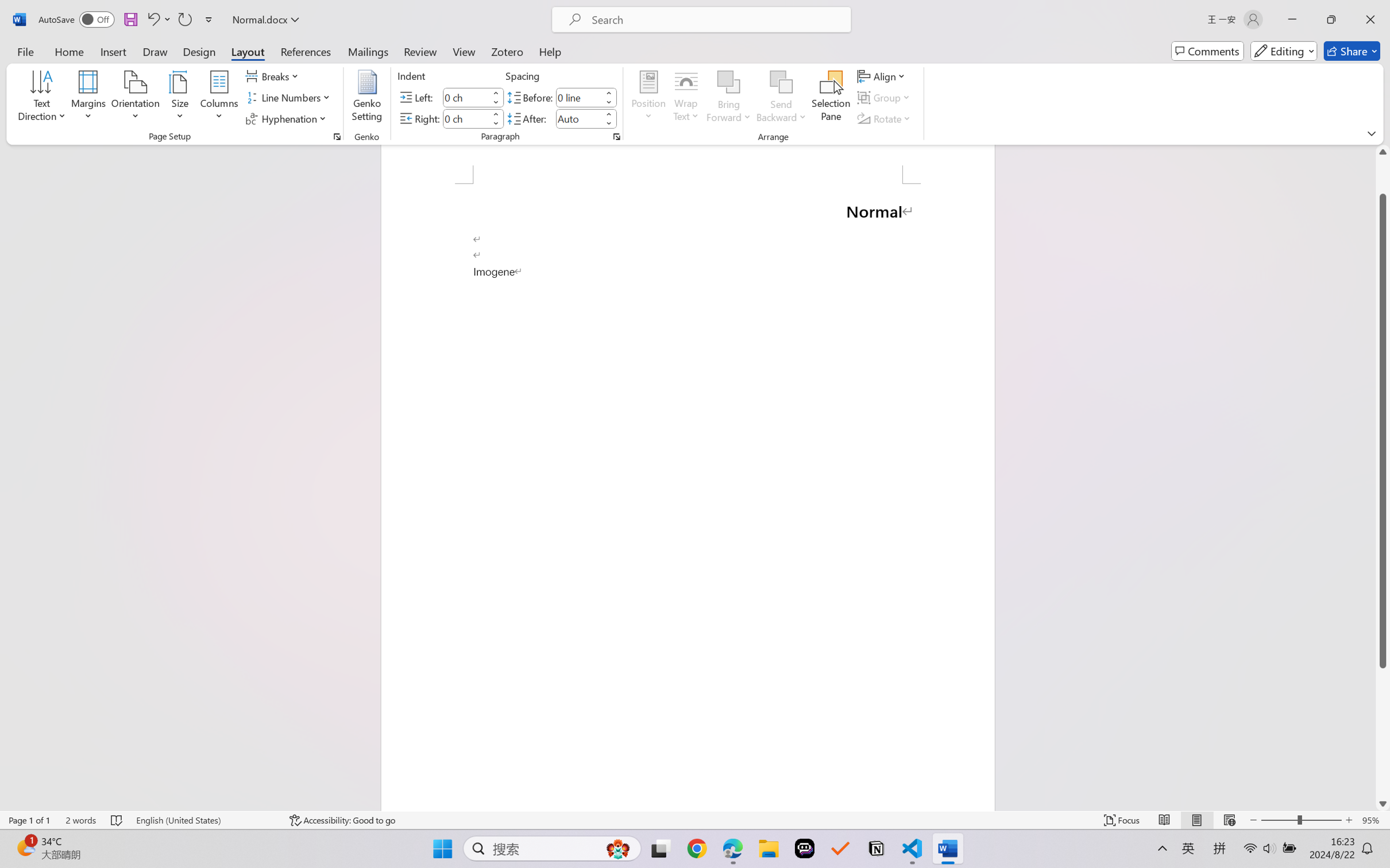  What do you see at coordinates (368, 98) in the screenshot?
I see `'Genko Setting...'` at bounding box center [368, 98].